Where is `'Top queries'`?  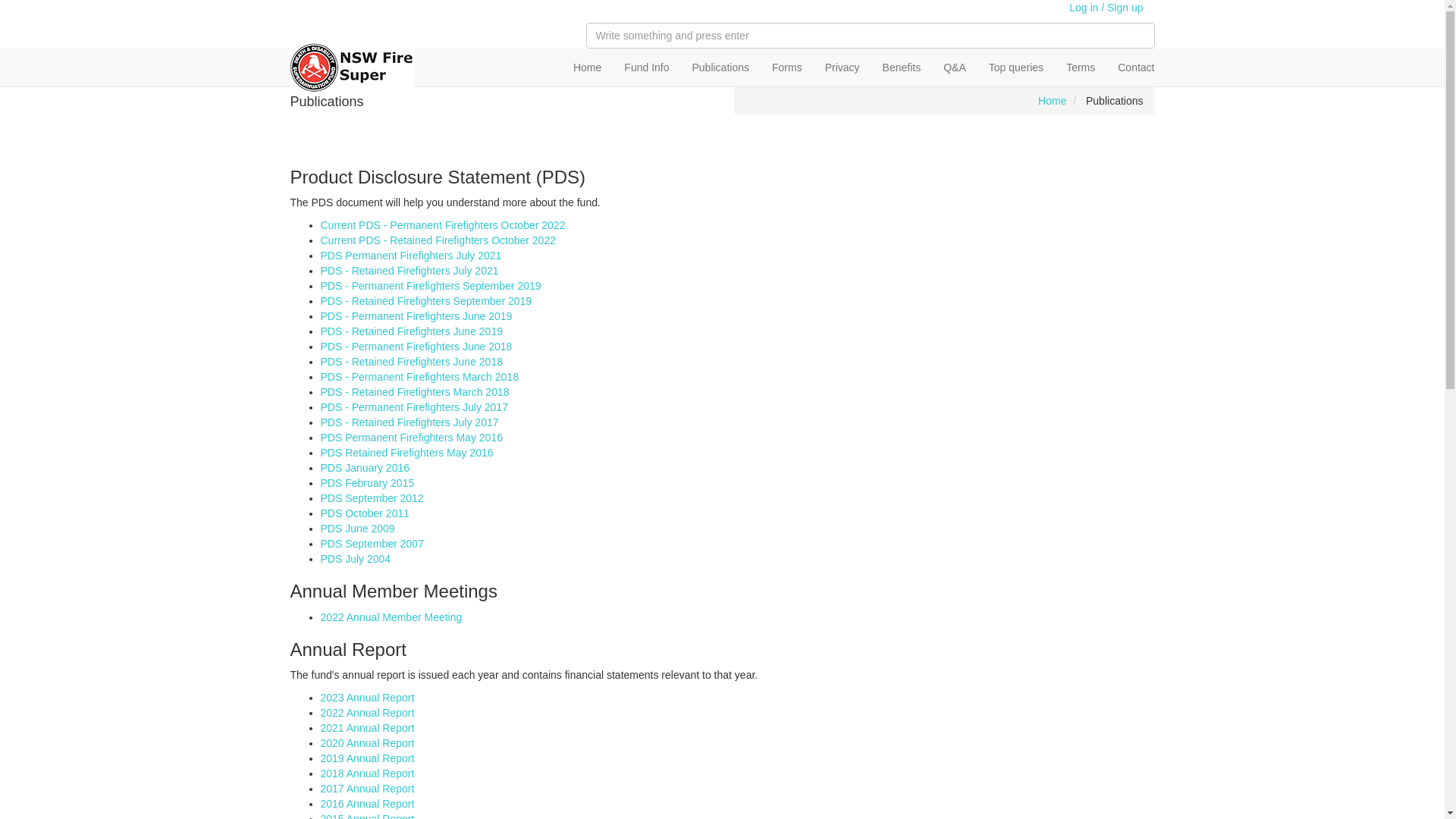 'Top queries' is located at coordinates (1015, 66).